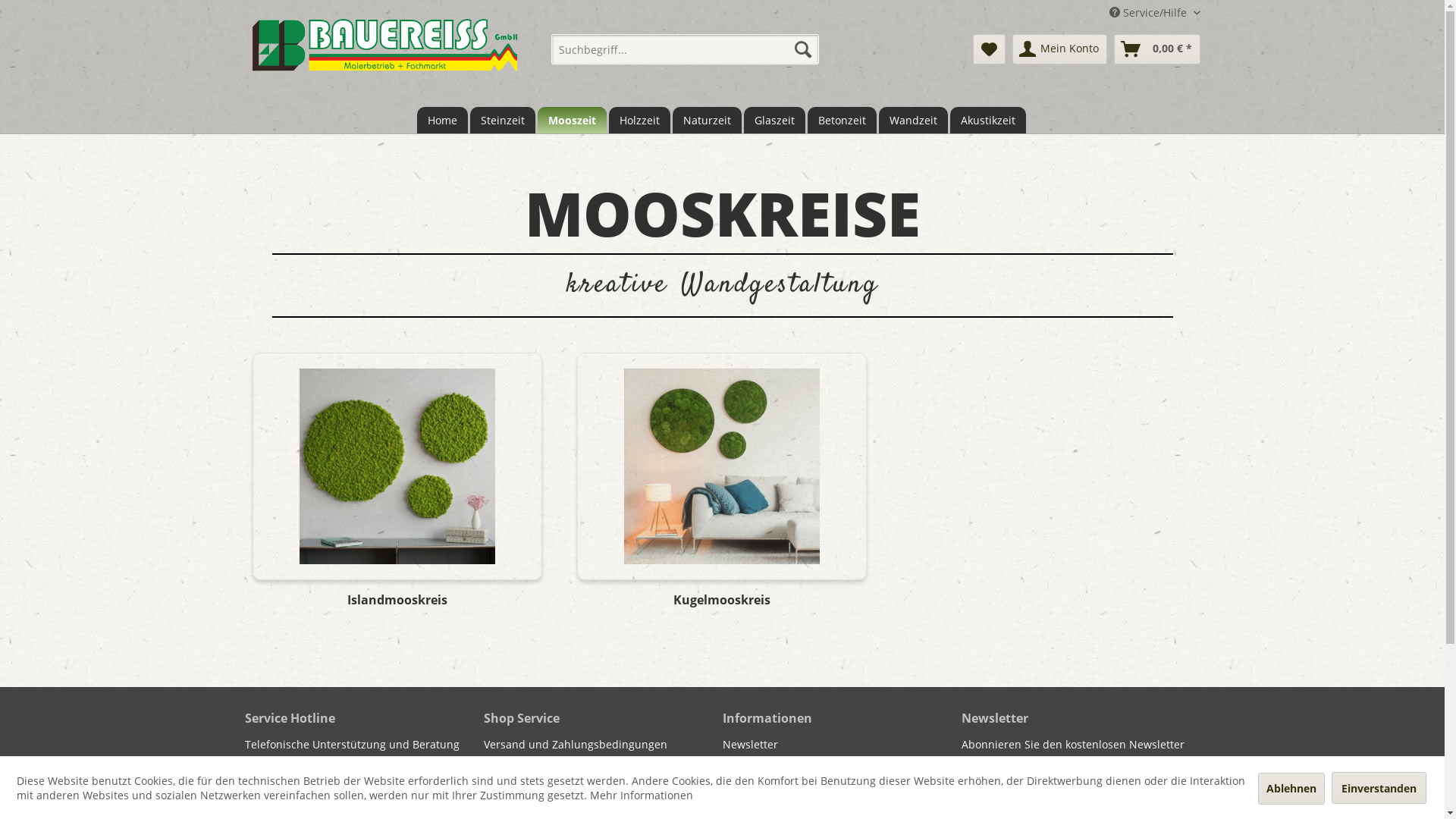 The image size is (1456, 819). I want to click on 'Glaszeit', so click(773, 119).